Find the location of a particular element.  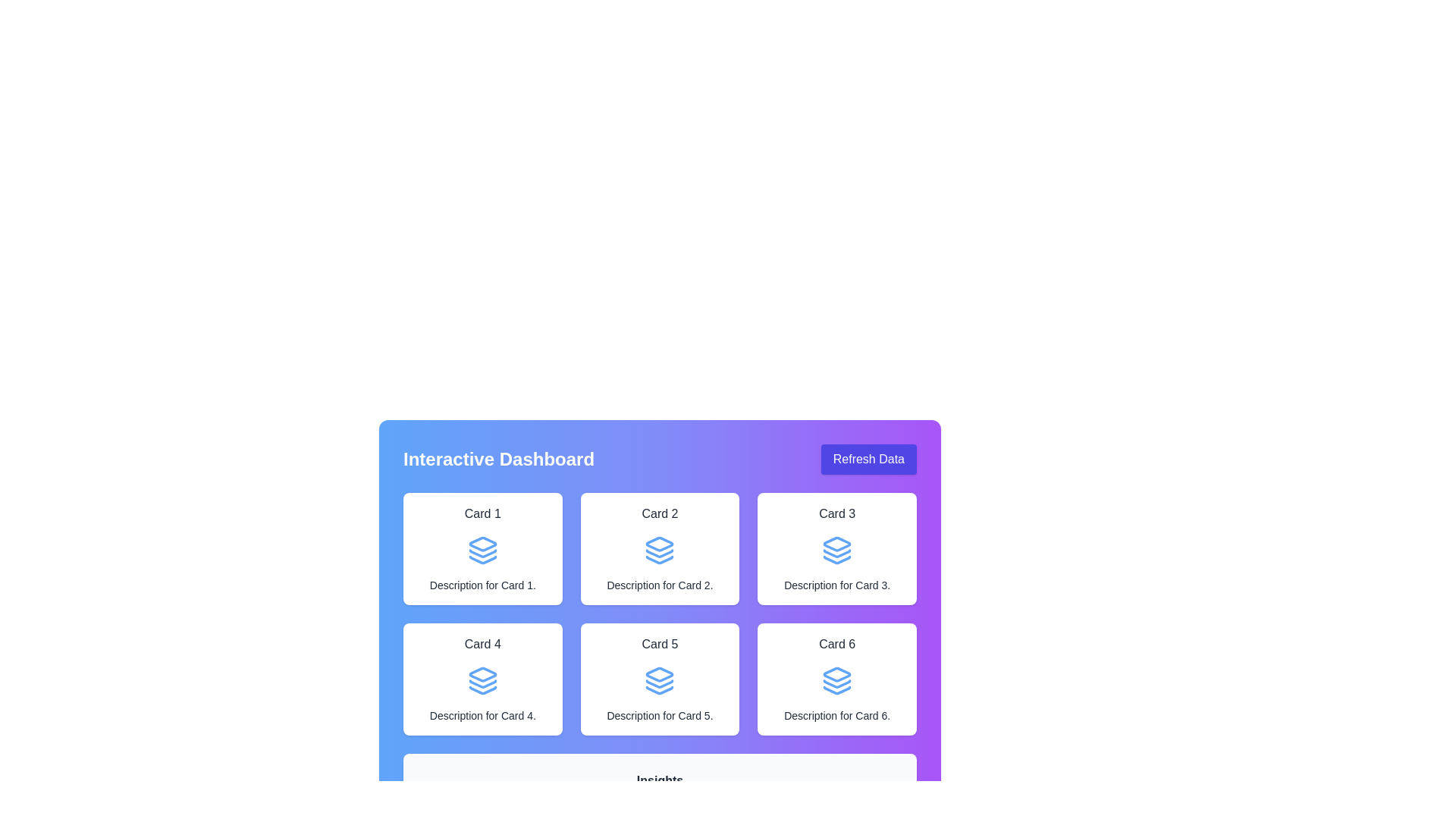

the informational card labeled 'Card 4', which is positioned in the first column of the second row in the grid layout is located at coordinates (482, 678).